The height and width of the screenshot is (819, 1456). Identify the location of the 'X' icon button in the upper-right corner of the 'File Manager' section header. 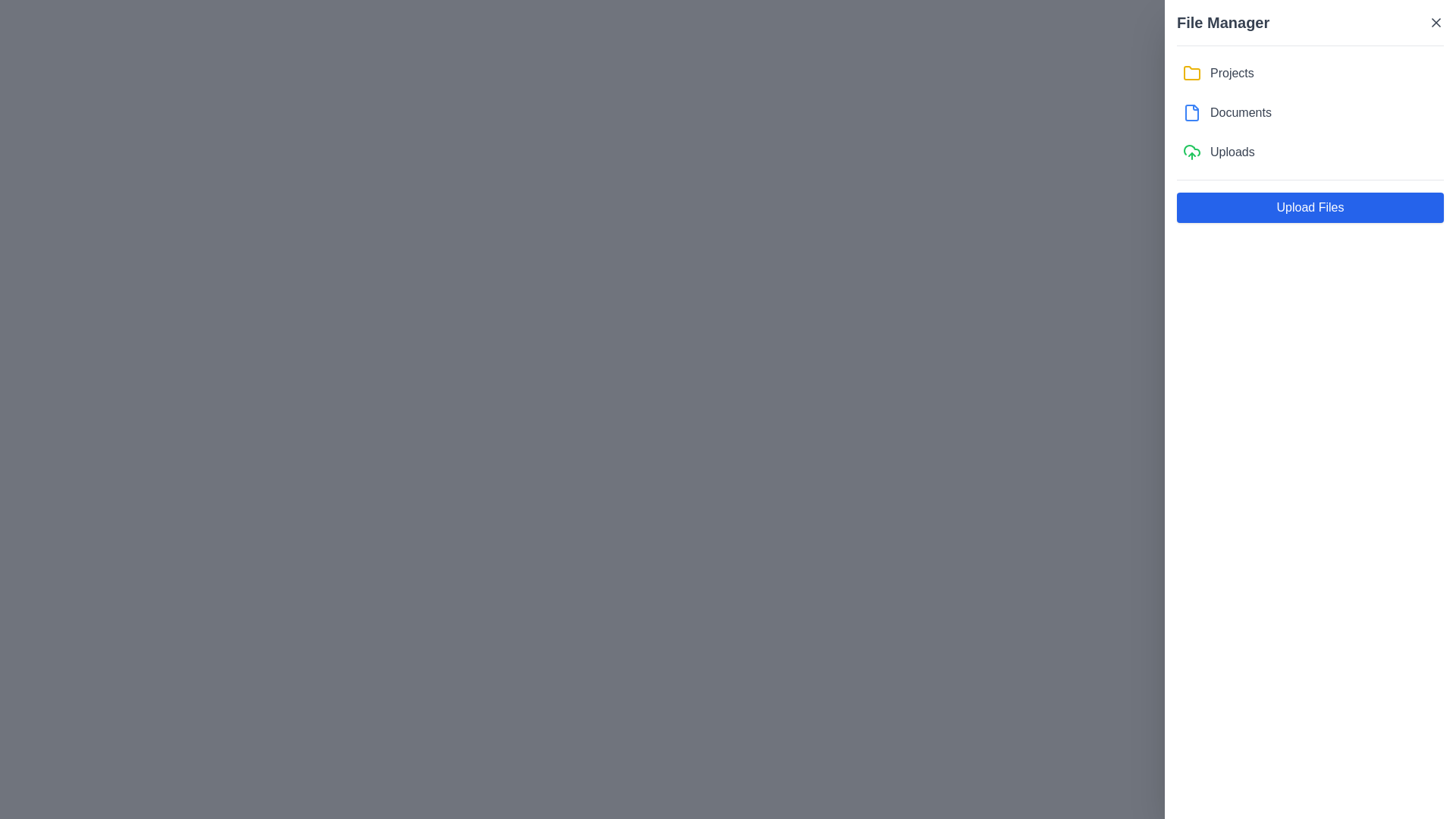
(1436, 23).